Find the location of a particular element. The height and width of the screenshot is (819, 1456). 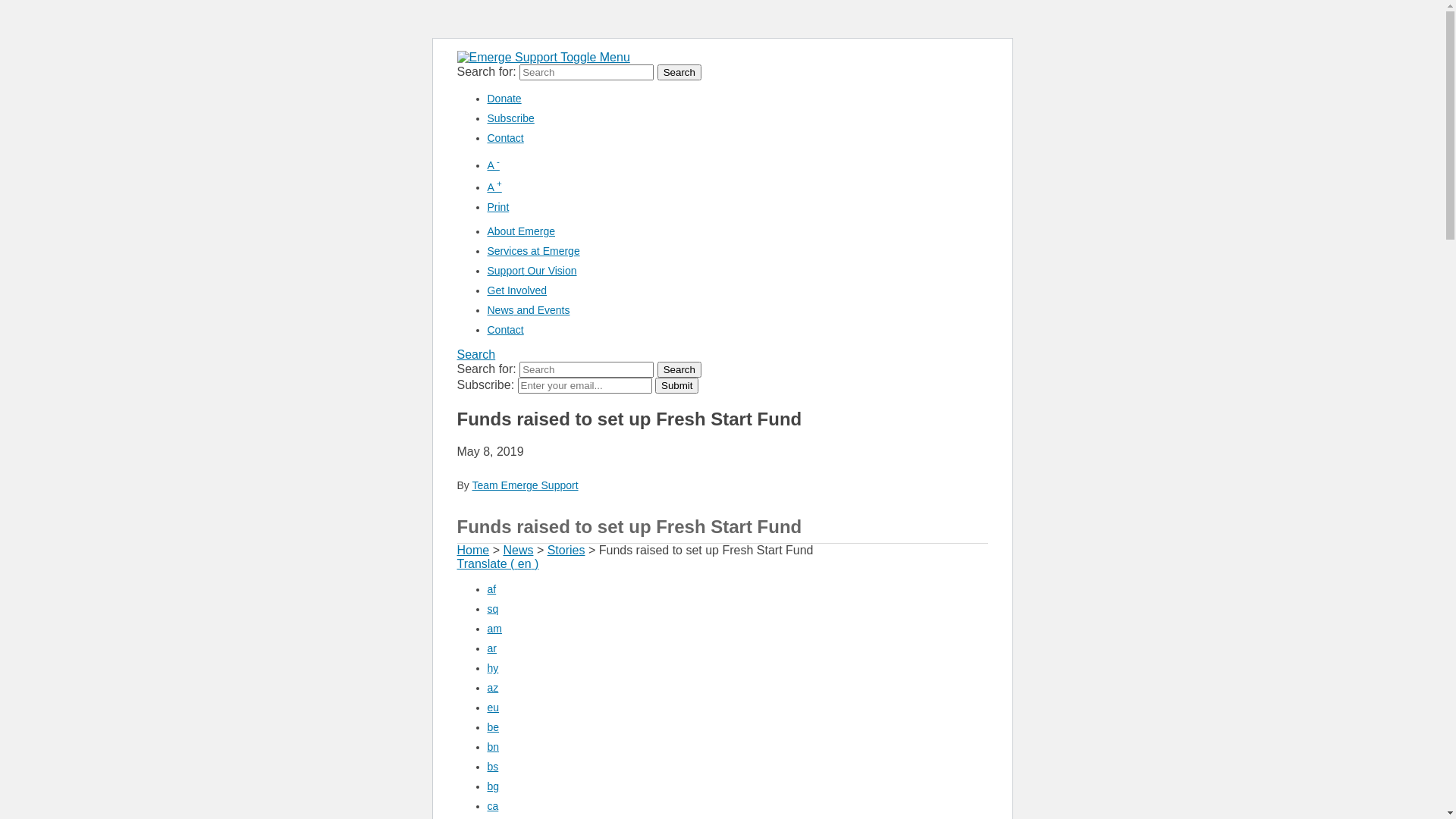

'A -' is located at coordinates (492, 165).